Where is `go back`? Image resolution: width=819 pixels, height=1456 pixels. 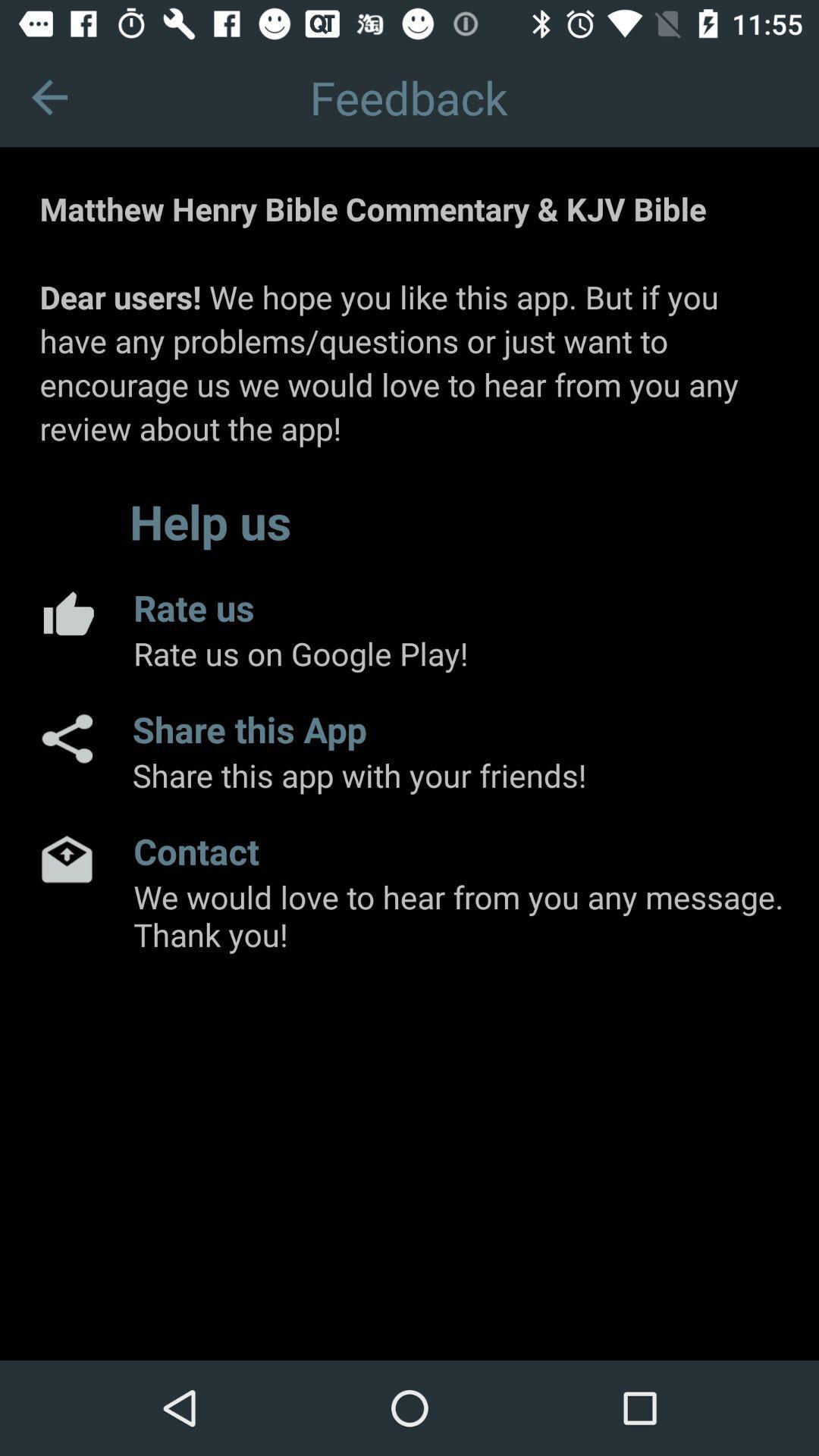
go back is located at coordinates (49, 96).